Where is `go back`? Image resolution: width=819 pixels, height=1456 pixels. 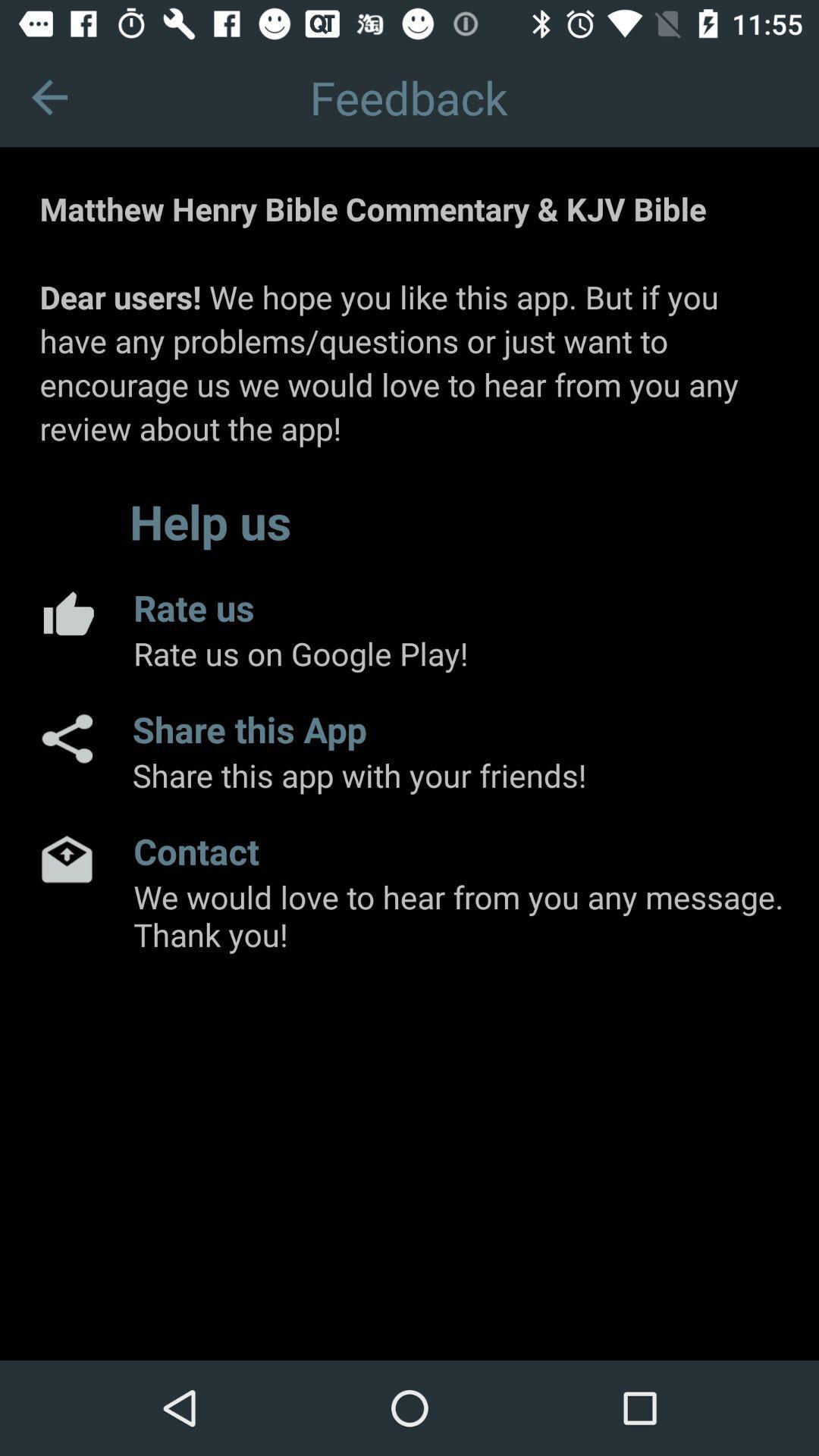
go back is located at coordinates (49, 96).